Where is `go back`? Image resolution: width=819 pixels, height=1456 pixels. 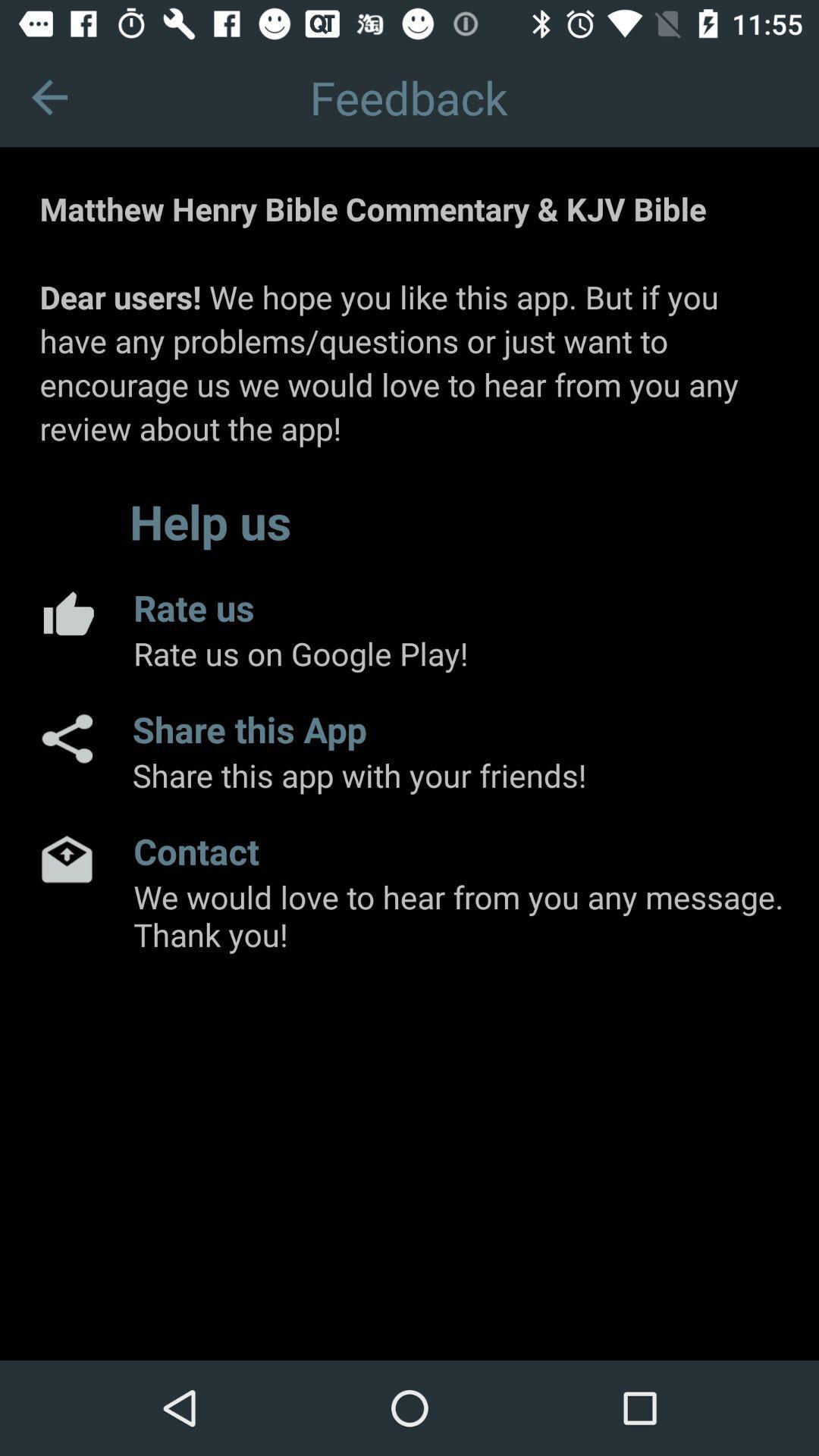
go back is located at coordinates (49, 96).